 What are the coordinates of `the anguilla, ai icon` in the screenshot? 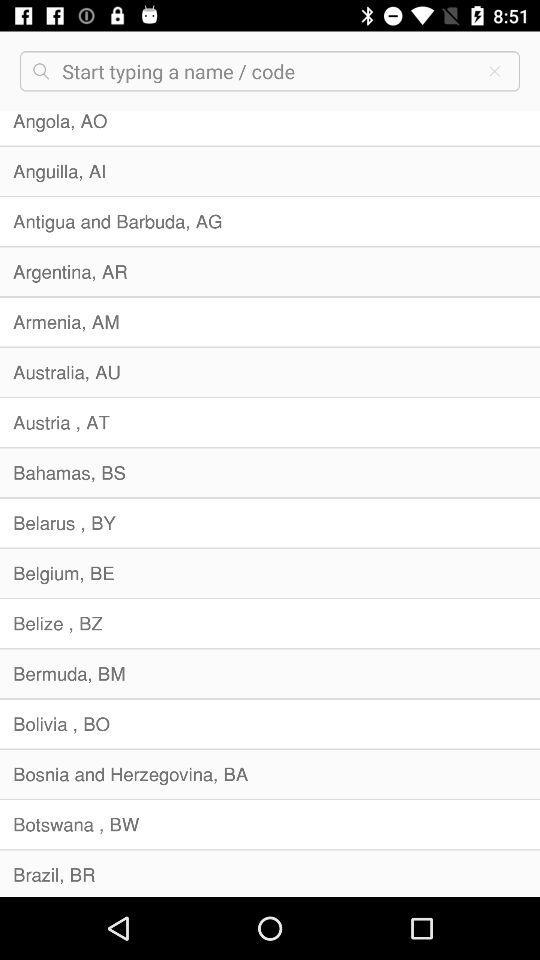 It's located at (270, 170).